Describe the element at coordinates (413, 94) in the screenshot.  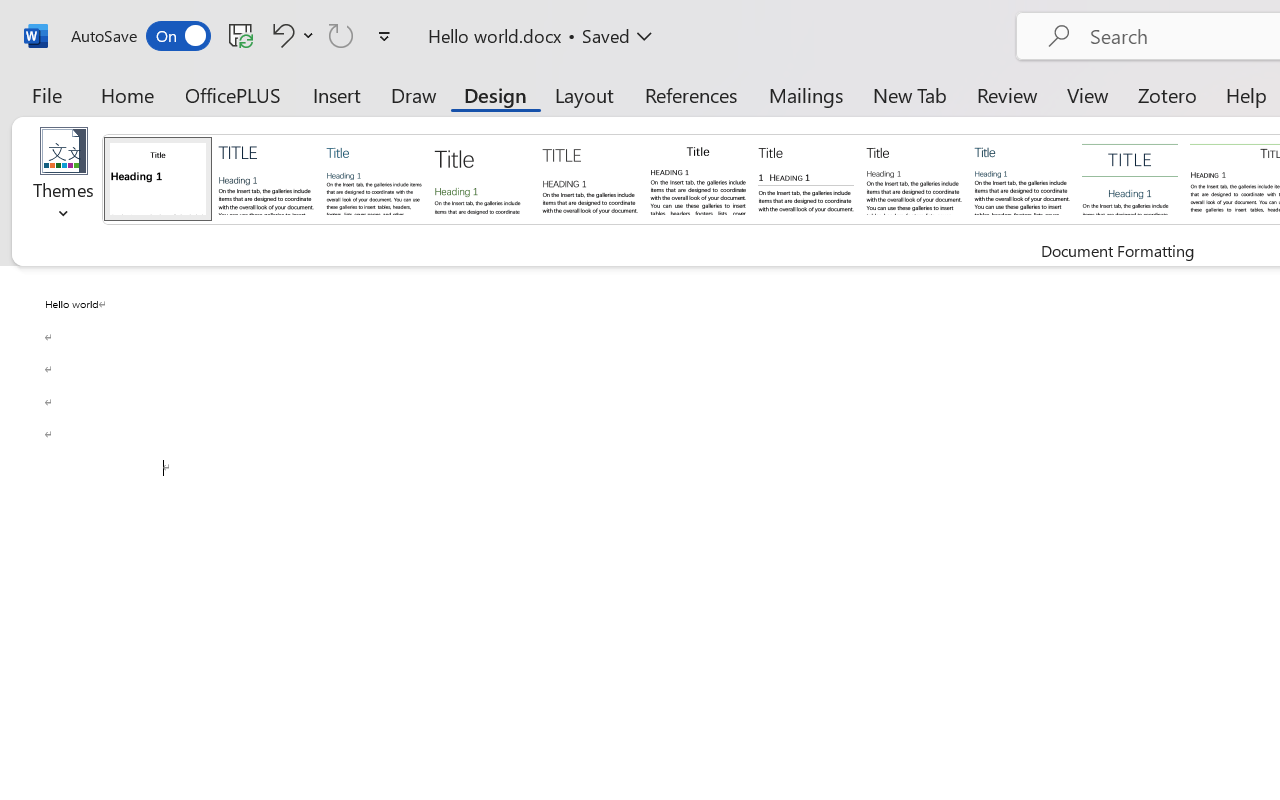
I see `'Draw'` at that location.